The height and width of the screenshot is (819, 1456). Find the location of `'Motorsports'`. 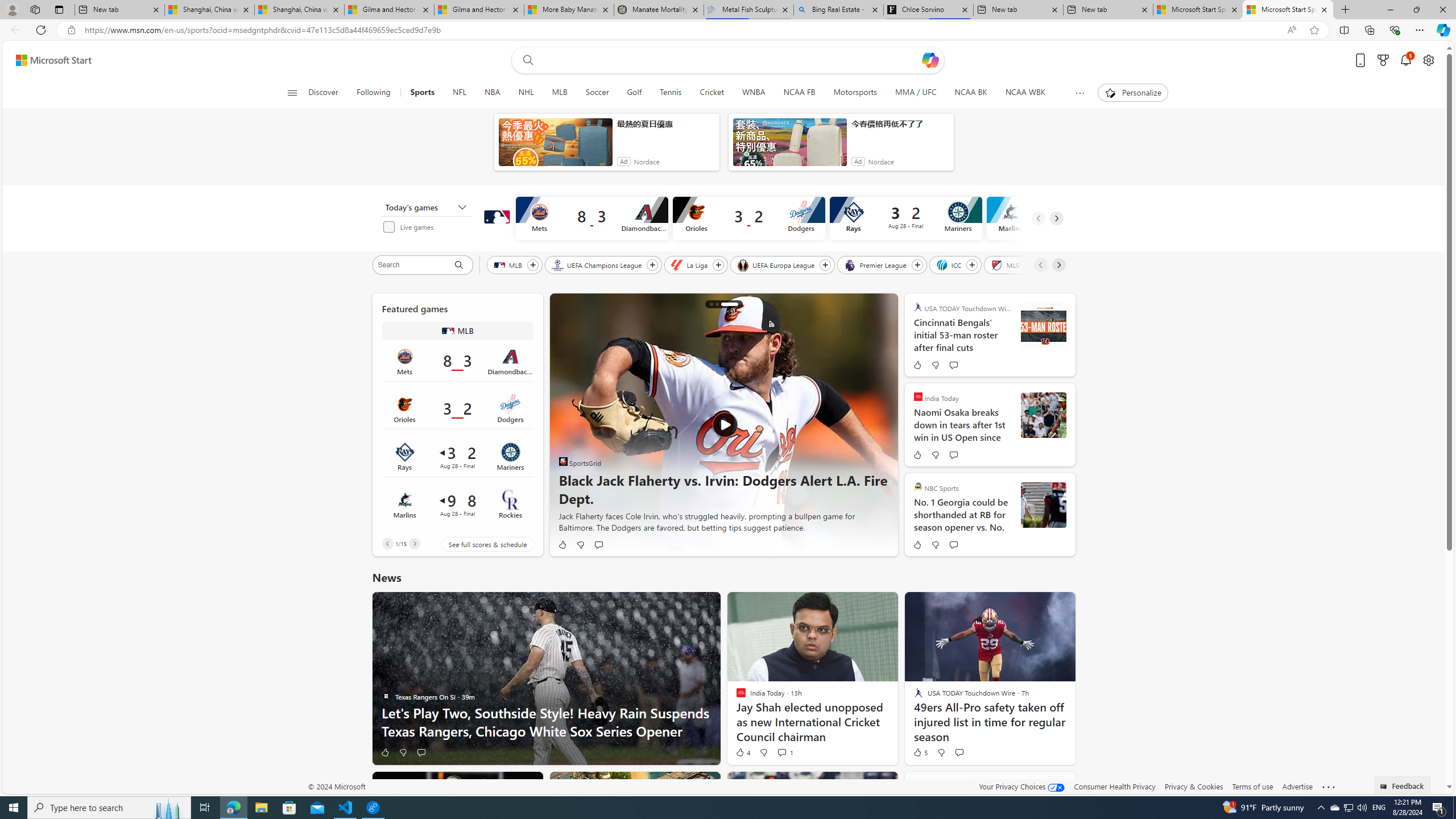

'Motorsports' is located at coordinates (855, 92).